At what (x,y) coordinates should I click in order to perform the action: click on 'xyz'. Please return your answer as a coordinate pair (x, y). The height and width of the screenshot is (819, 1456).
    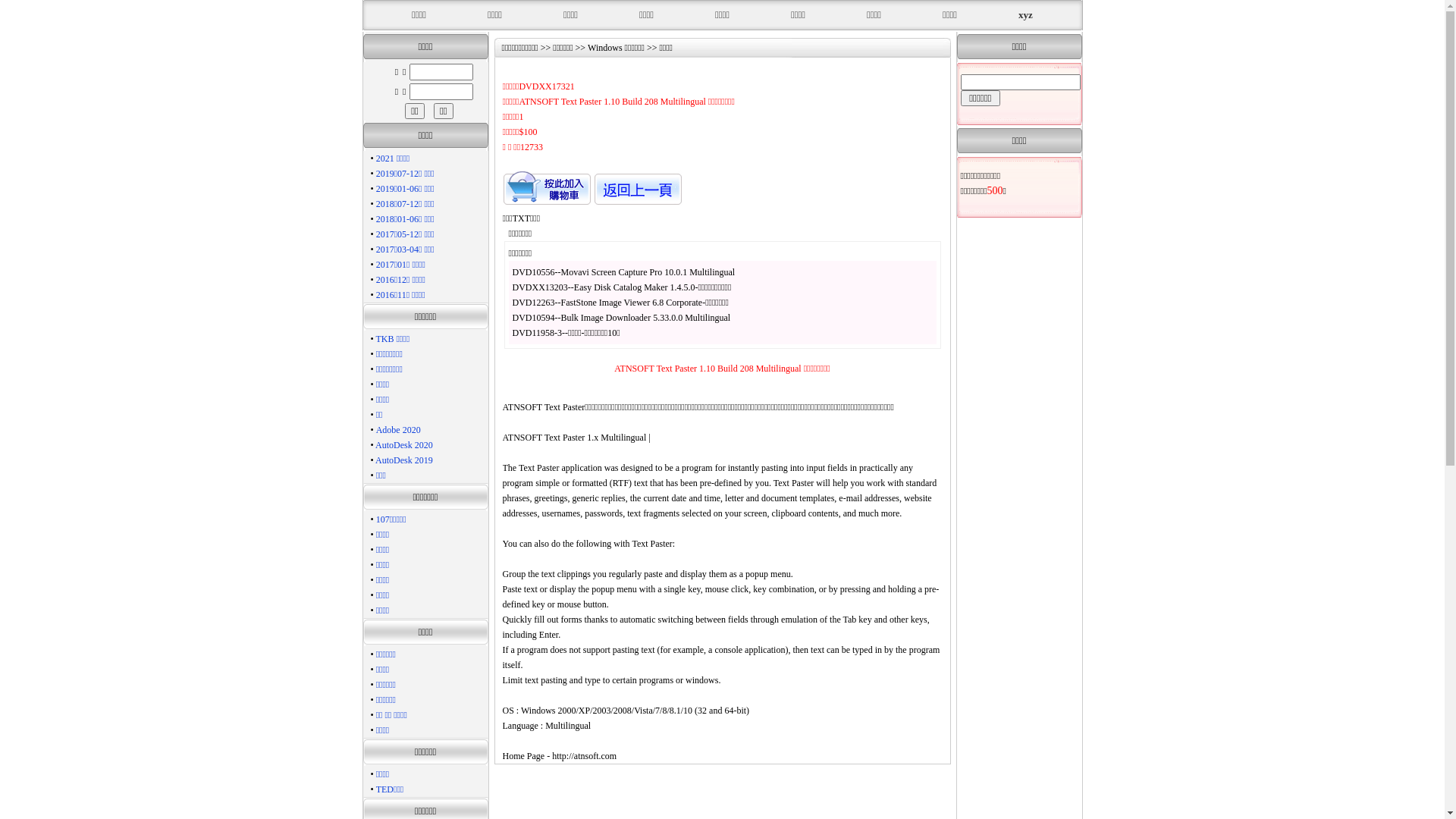
    Looking at the image, I should click on (1025, 14).